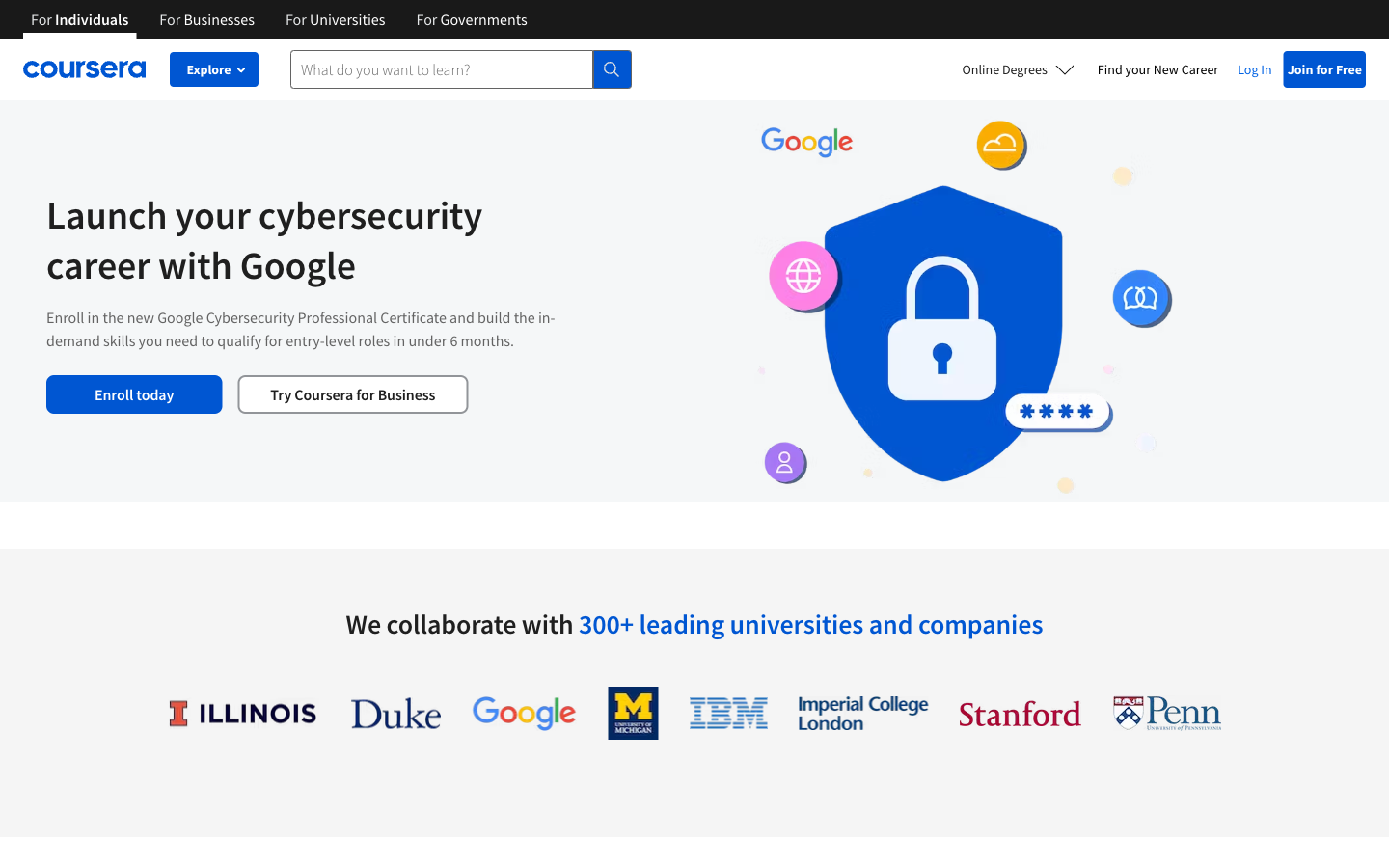  Describe the element at coordinates (395, 712) in the screenshot. I see `Go to Duke University Page` at that location.